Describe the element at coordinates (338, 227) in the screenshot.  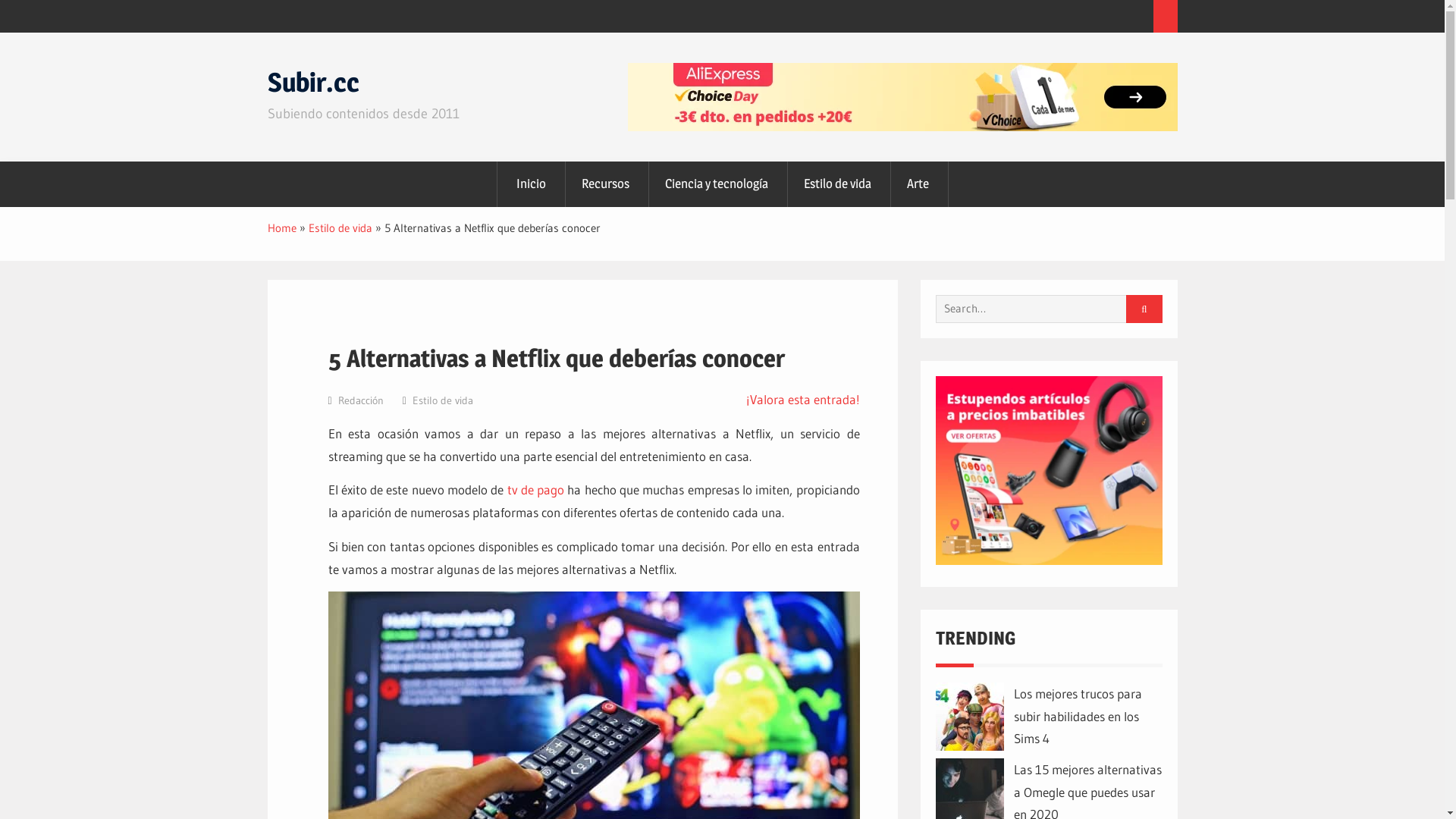
I see `'Estilo de vida'` at that location.